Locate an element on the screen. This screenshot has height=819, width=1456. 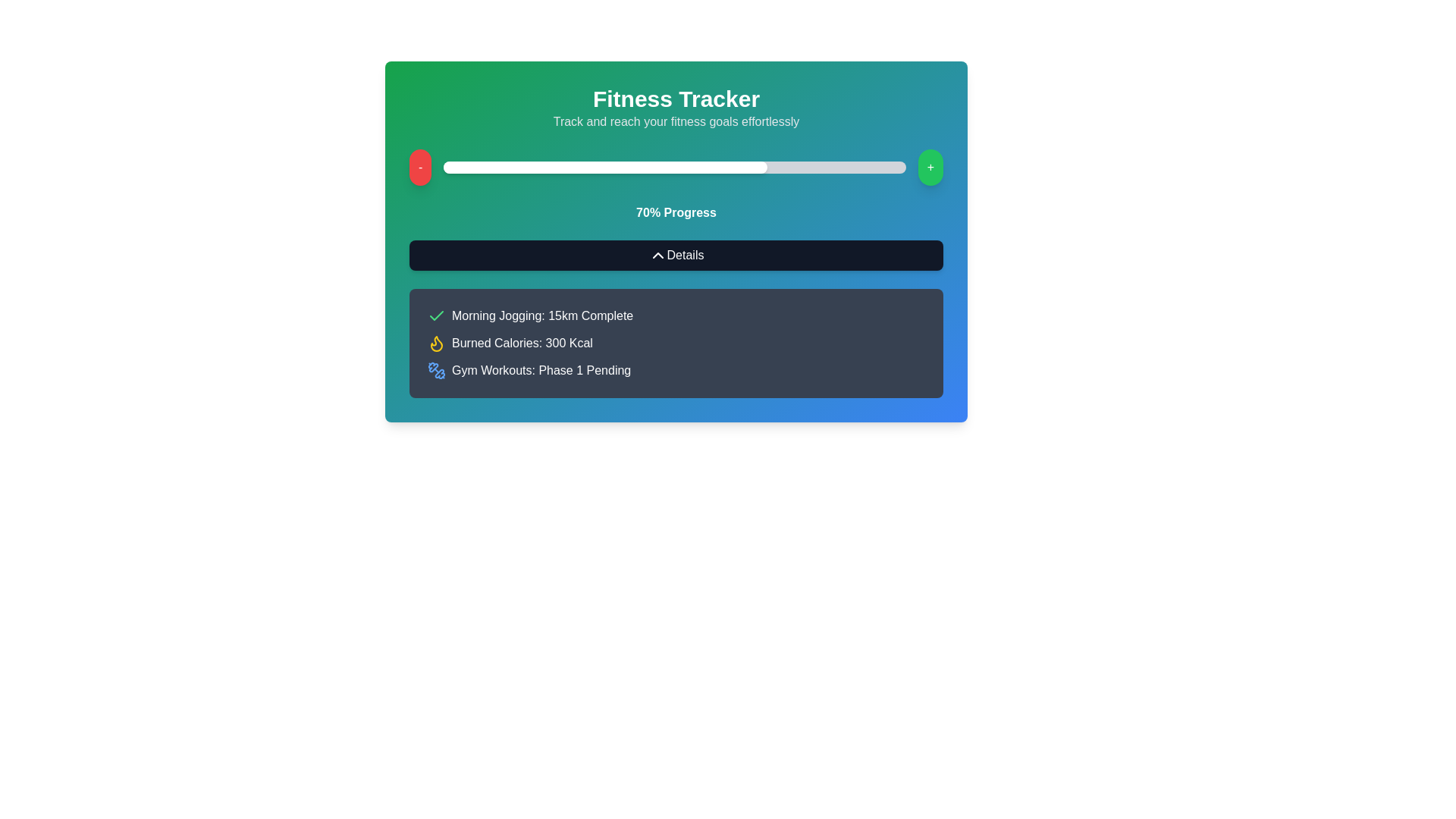
the blue dumbbell icon located to the left of the text 'Gym Workouts: Phase 1 Pending' is located at coordinates (436, 371).